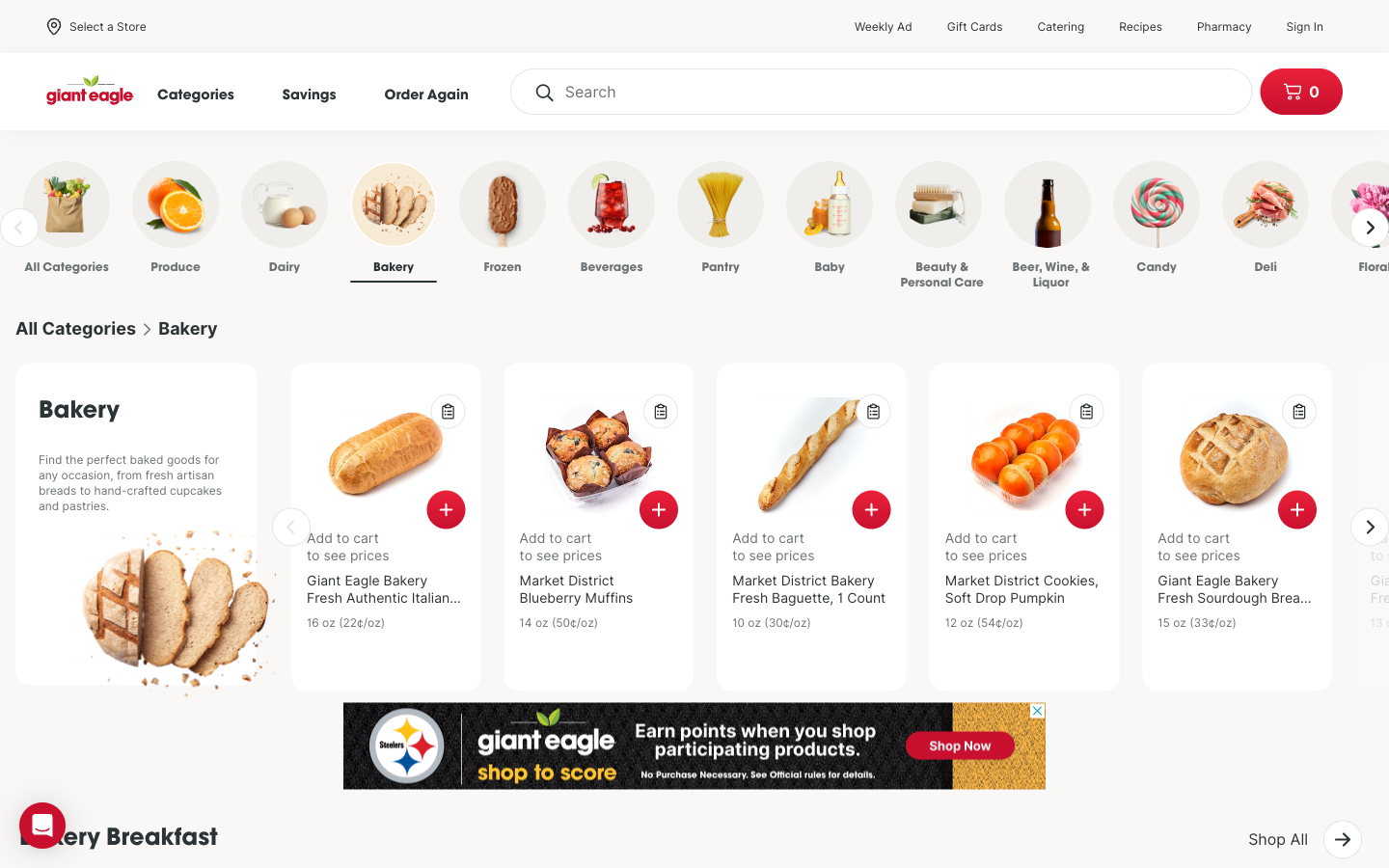  What do you see at coordinates (1299, 91) in the screenshot?
I see `Check the items stored in the cart` at bounding box center [1299, 91].